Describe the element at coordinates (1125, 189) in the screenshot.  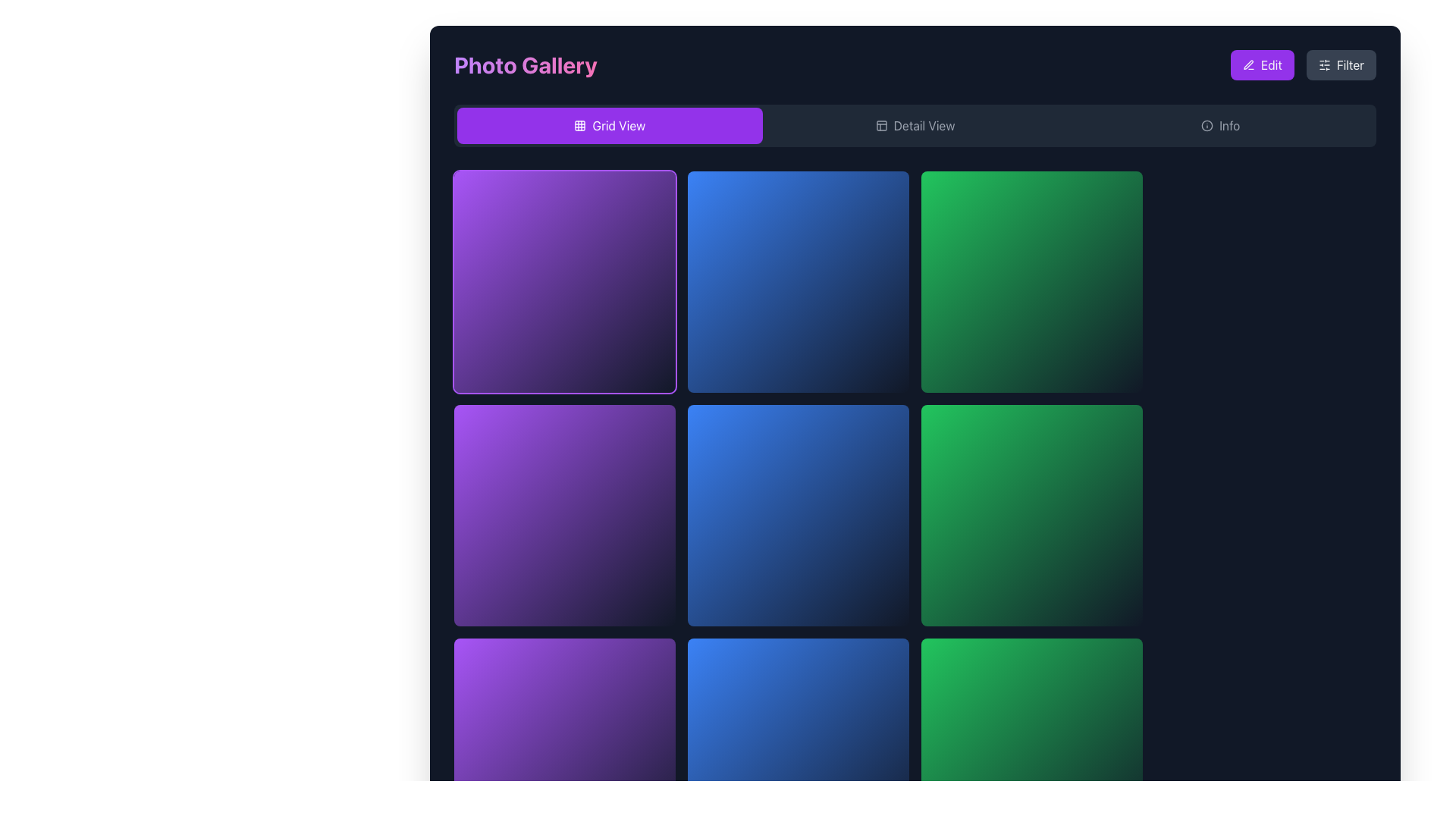
I see `the small circular button with a dark rose background color, located in the top-right corner of the green gradient card` at that location.